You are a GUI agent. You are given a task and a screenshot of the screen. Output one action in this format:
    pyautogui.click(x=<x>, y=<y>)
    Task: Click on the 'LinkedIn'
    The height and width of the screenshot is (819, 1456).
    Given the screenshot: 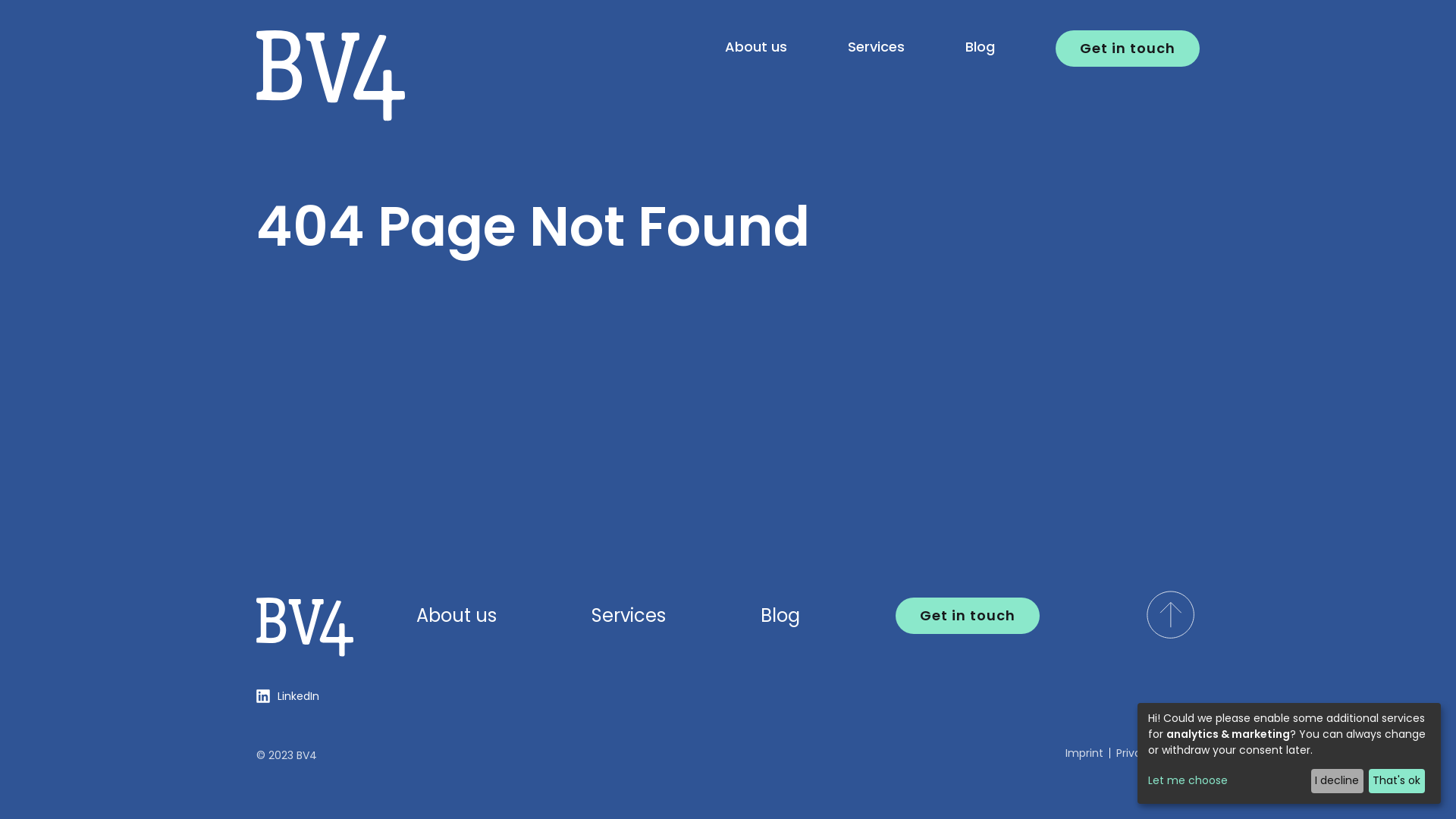 What is the action you would take?
    pyautogui.click(x=287, y=696)
    